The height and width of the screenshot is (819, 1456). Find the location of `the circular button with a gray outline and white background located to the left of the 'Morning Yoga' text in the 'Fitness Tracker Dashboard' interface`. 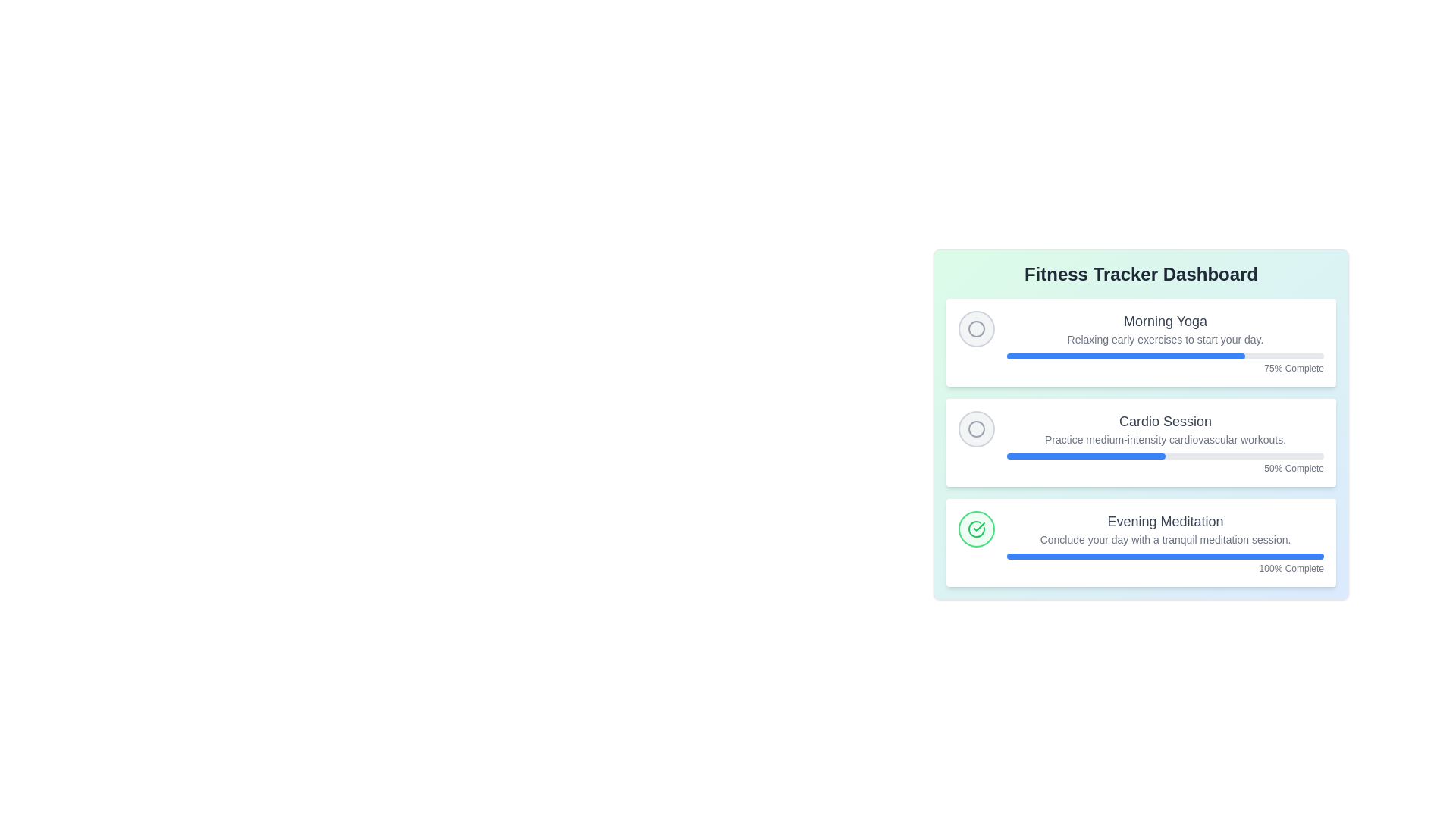

the circular button with a gray outline and white background located to the left of the 'Morning Yoga' text in the 'Fitness Tracker Dashboard' interface is located at coordinates (976, 328).